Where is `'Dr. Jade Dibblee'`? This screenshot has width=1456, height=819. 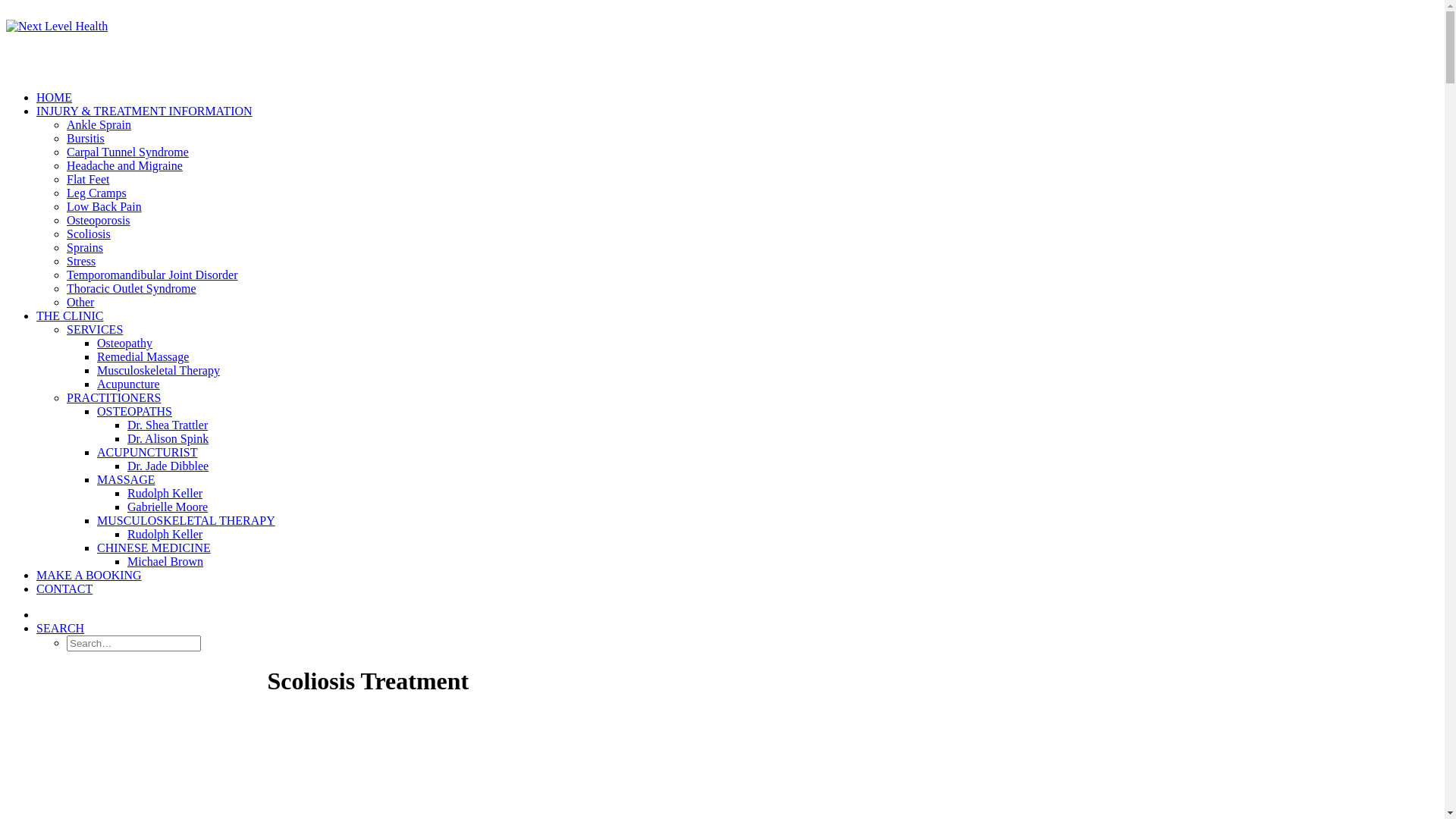 'Dr. Jade Dibblee' is located at coordinates (168, 465).